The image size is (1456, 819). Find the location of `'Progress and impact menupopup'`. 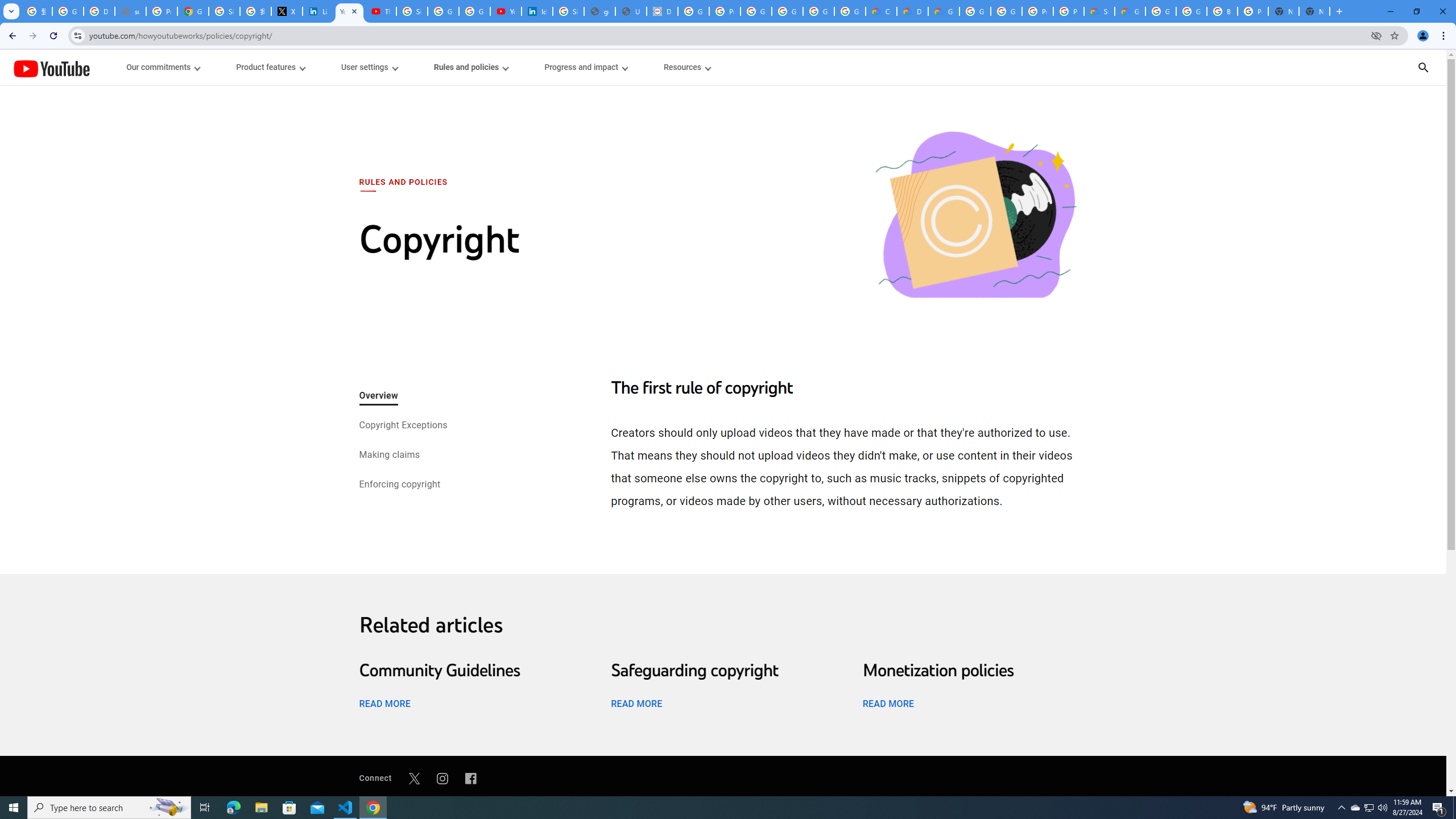

'Progress and impact menupopup' is located at coordinates (586, 67).